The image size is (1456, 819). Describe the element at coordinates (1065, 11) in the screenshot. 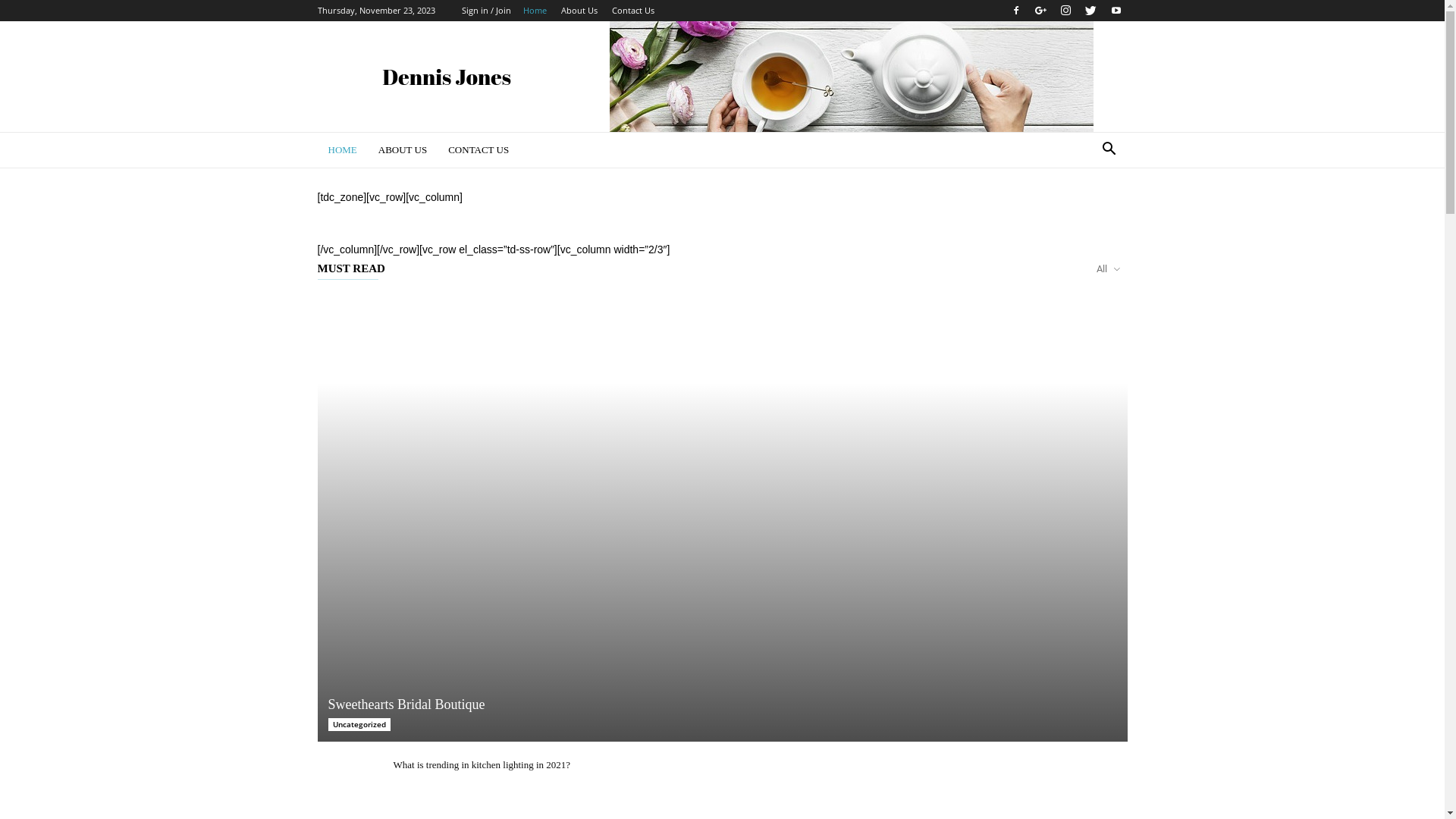

I see `'Instagram'` at that location.